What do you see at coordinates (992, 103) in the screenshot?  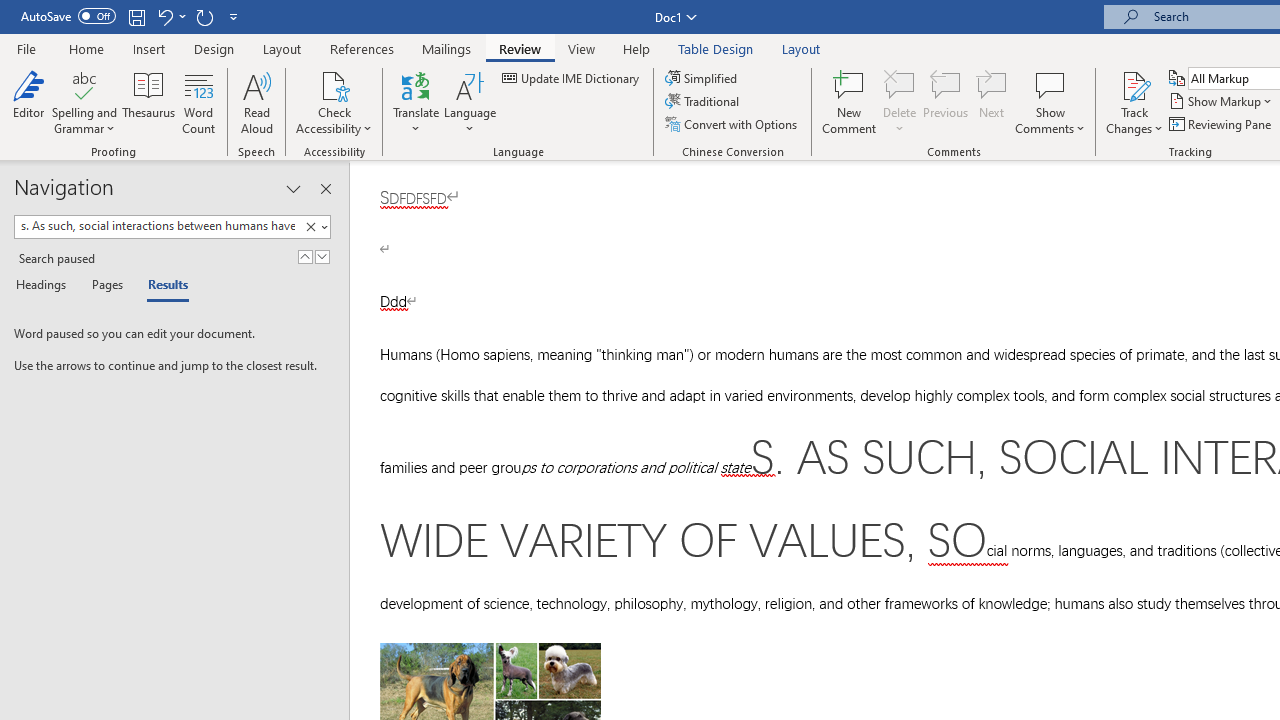 I see `'Next'` at bounding box center [992, 103].